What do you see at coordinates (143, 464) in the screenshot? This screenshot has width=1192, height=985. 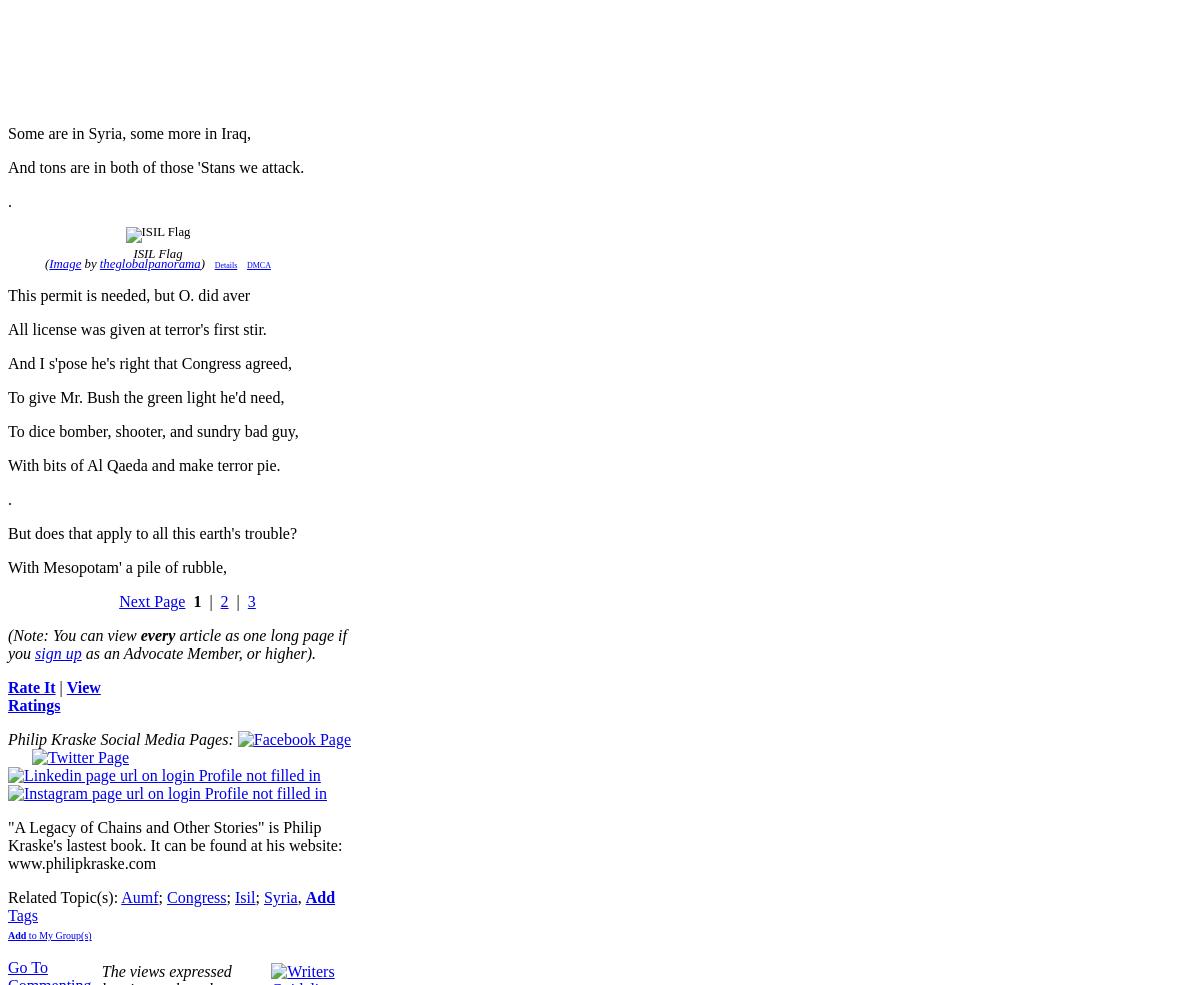 I see `'With bits of Al Qaeda and make terror pie.'` at bounding box center [143, 464].